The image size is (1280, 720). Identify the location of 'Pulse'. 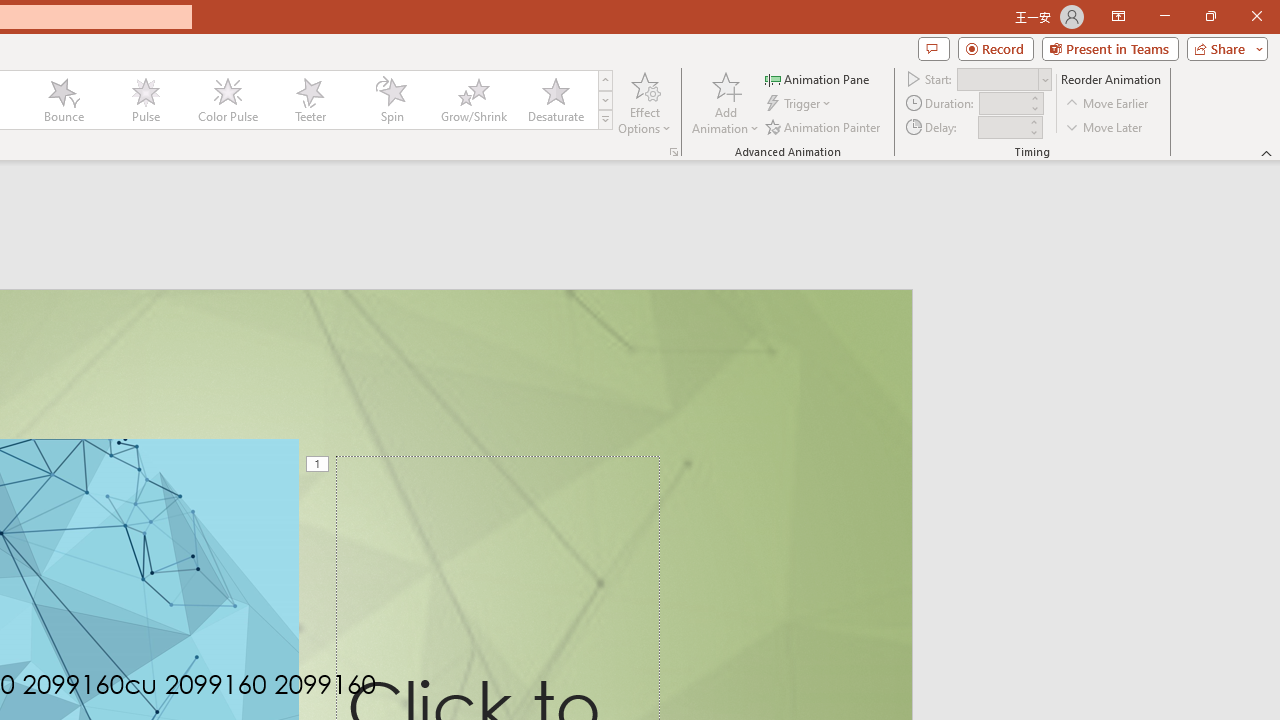
(144, 100).